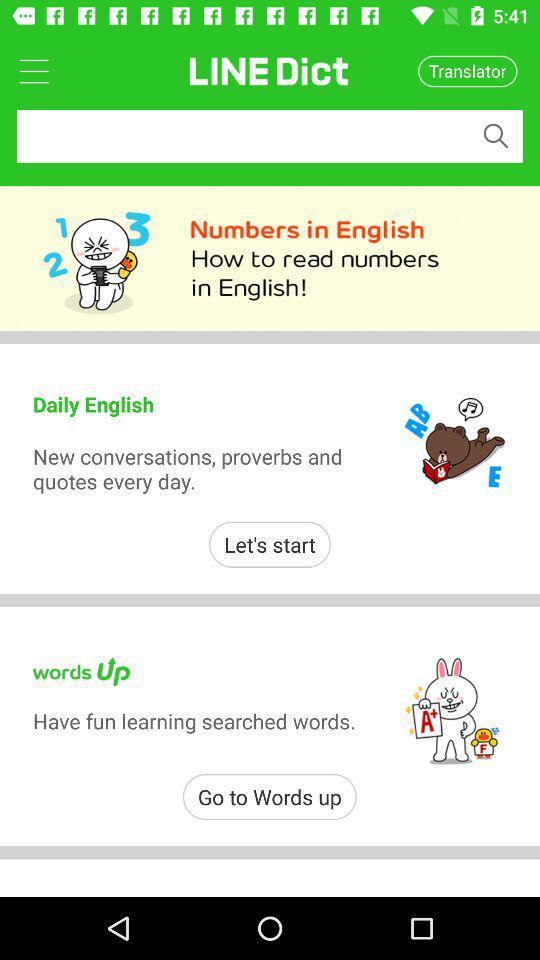 This screenshot has height=960, width=540. I want to click on let's start, so click(270, 544).